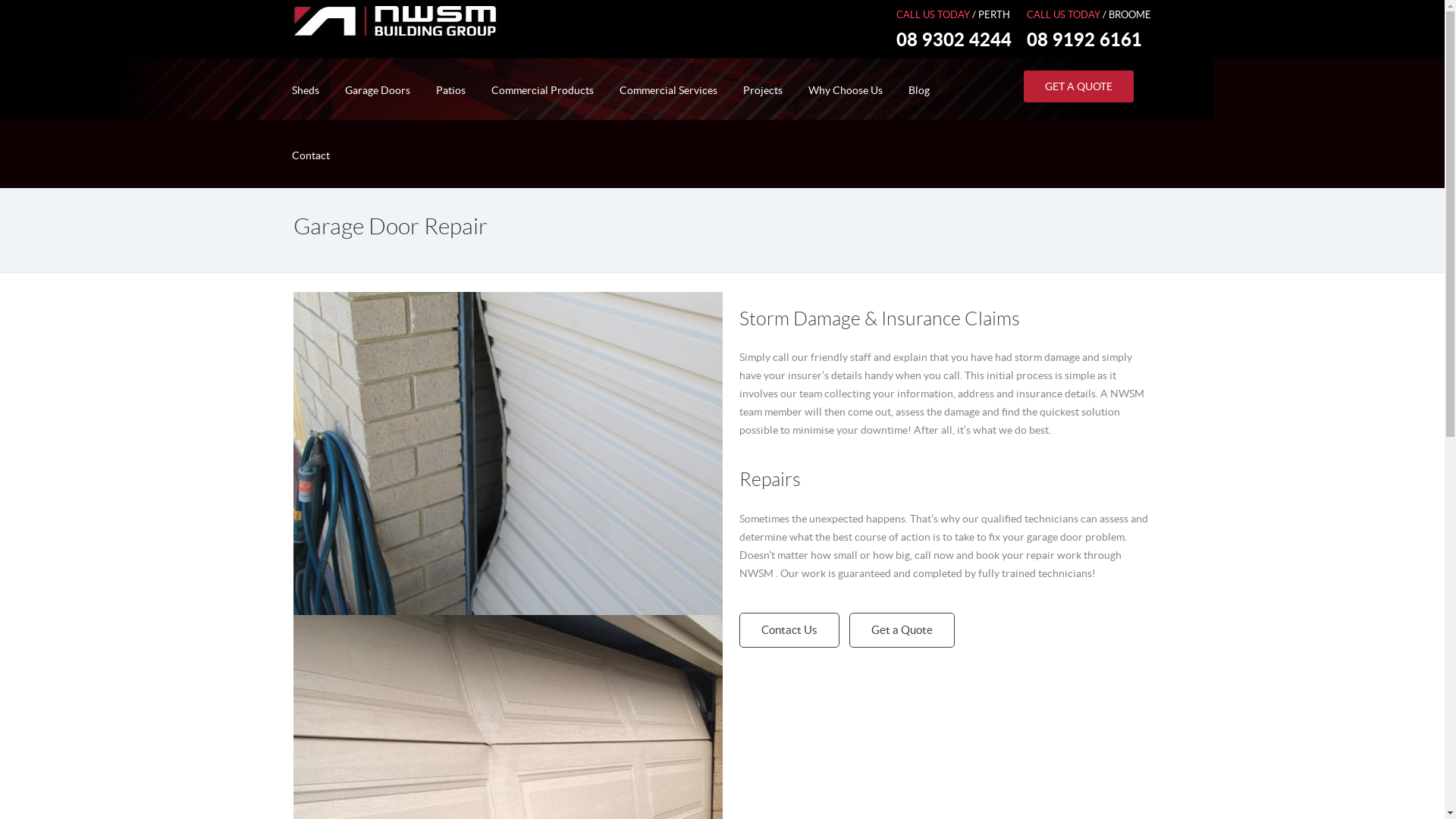  What do you see at coordinates (541, 90) in the screenshot?
I see `'Commercial Products'` at bounding box center [541, 90].